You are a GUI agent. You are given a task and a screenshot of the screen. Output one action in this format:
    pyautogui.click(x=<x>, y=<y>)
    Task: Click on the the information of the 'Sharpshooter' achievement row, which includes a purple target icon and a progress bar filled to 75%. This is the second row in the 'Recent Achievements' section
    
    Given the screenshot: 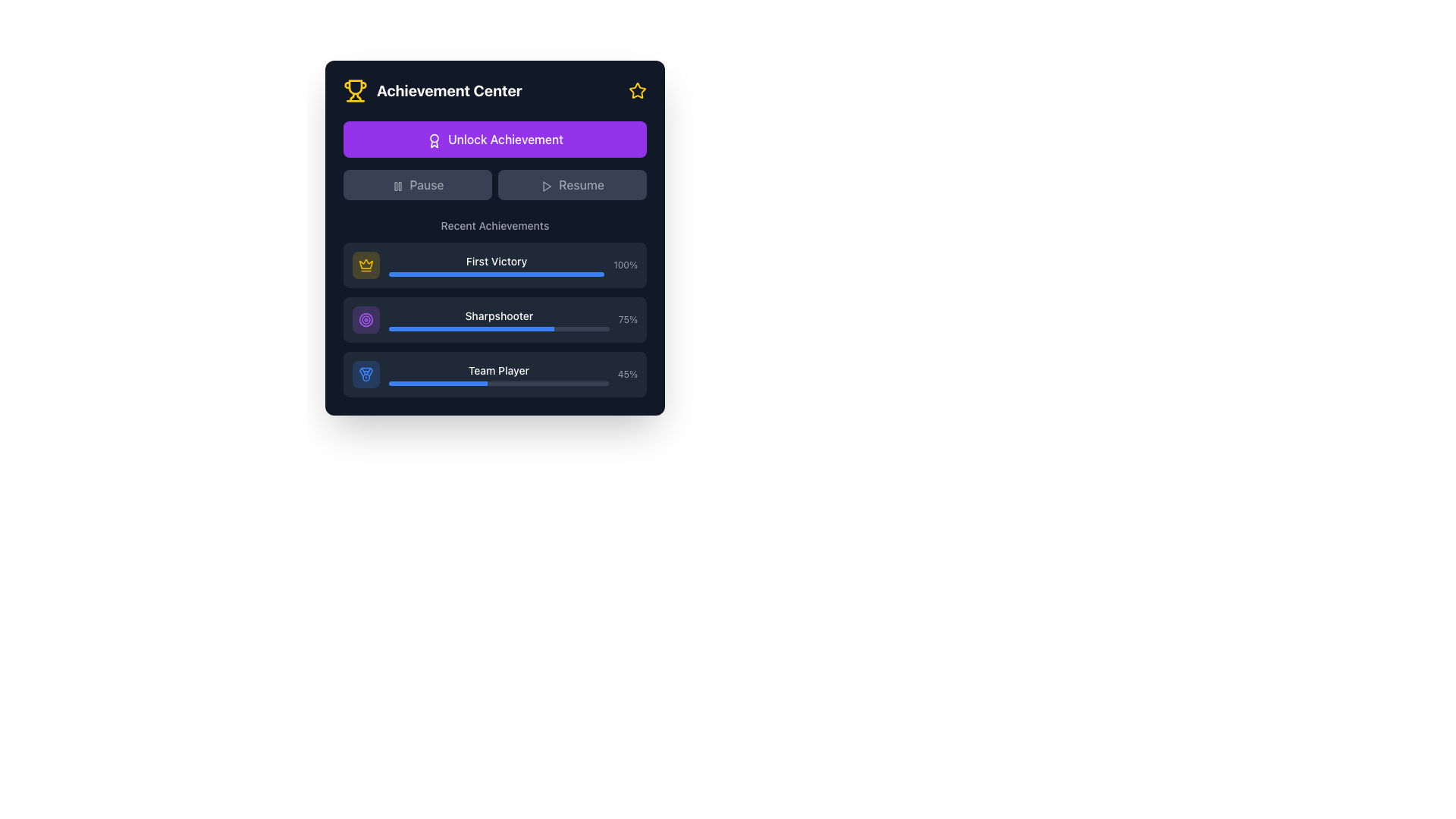 What is the action you would take?
    pyautogui.click(x=494, y=318)
    